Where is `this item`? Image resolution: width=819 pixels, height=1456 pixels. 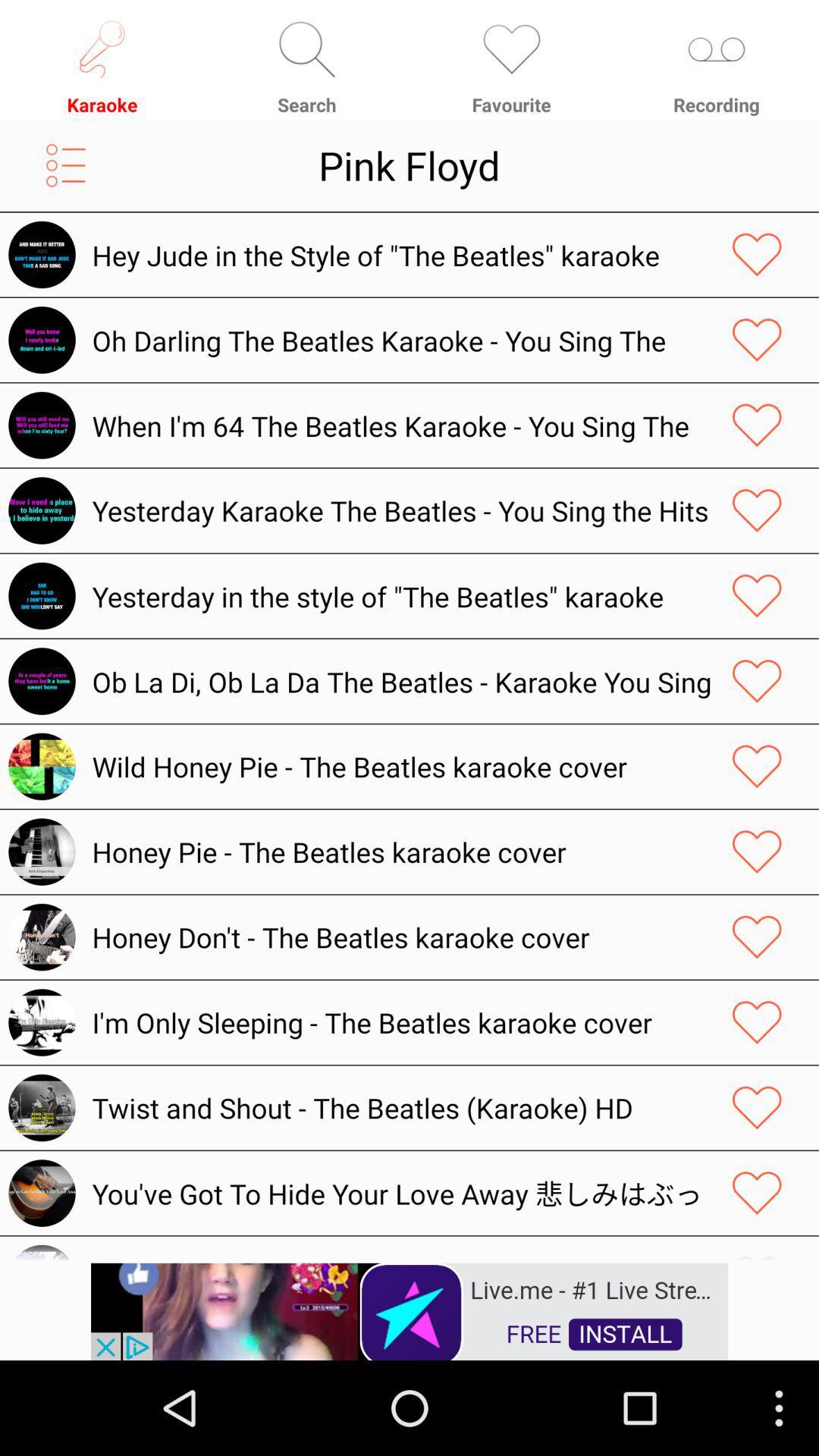
this item is located at coordinates (757, 852).